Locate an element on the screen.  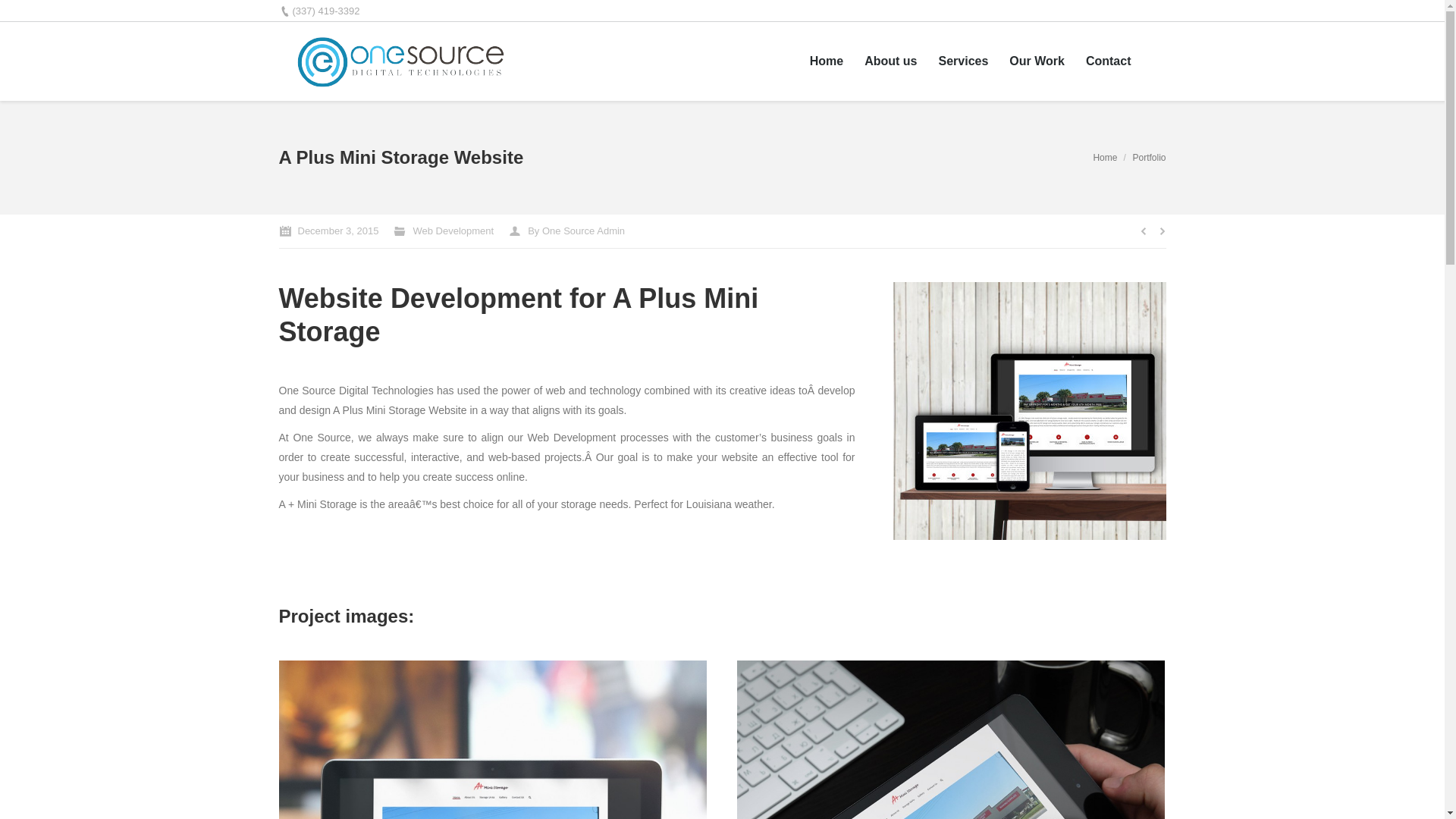
'Home' is located at coordinates (825, 61).